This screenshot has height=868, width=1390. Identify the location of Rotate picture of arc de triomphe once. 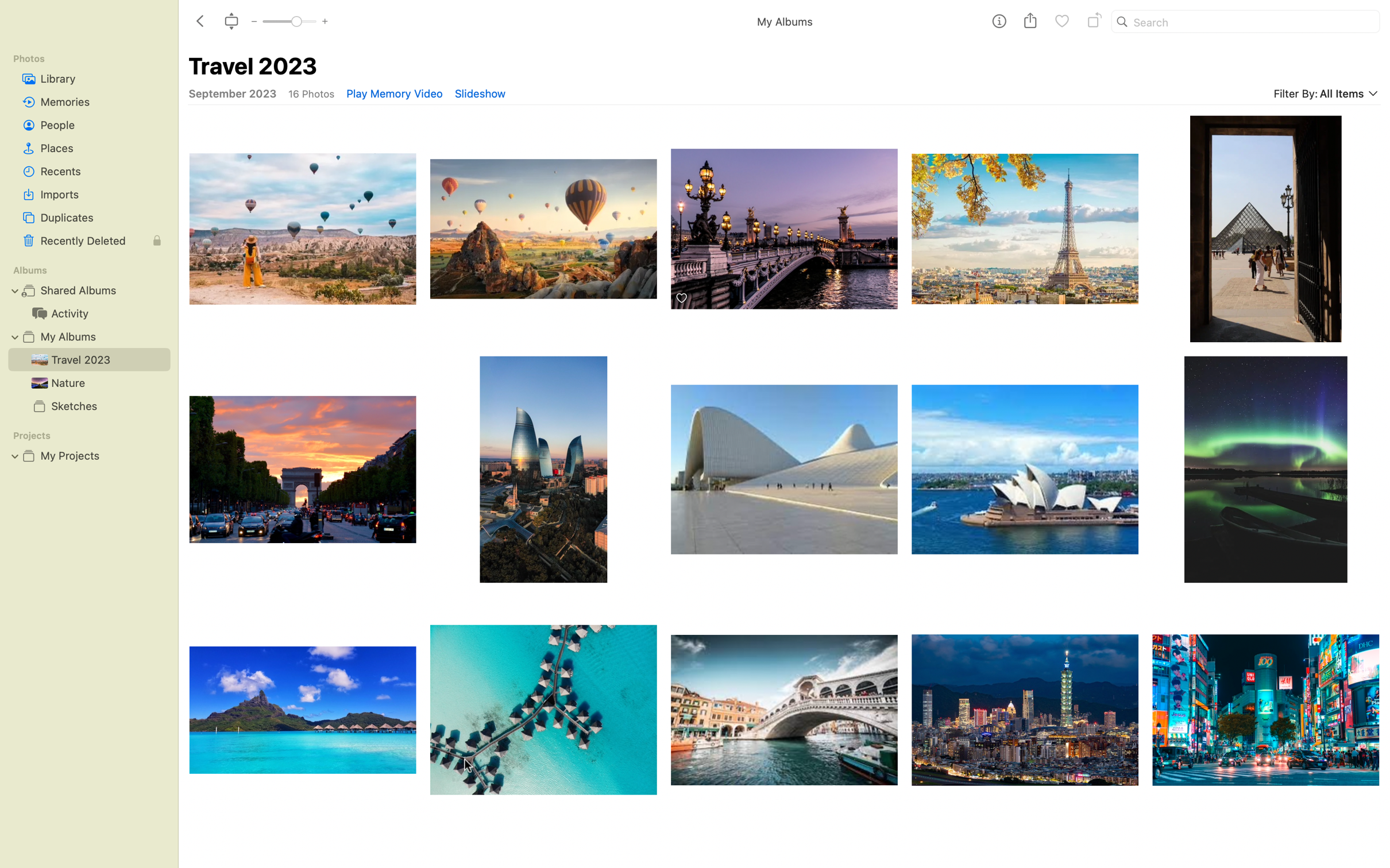
(300, 470).